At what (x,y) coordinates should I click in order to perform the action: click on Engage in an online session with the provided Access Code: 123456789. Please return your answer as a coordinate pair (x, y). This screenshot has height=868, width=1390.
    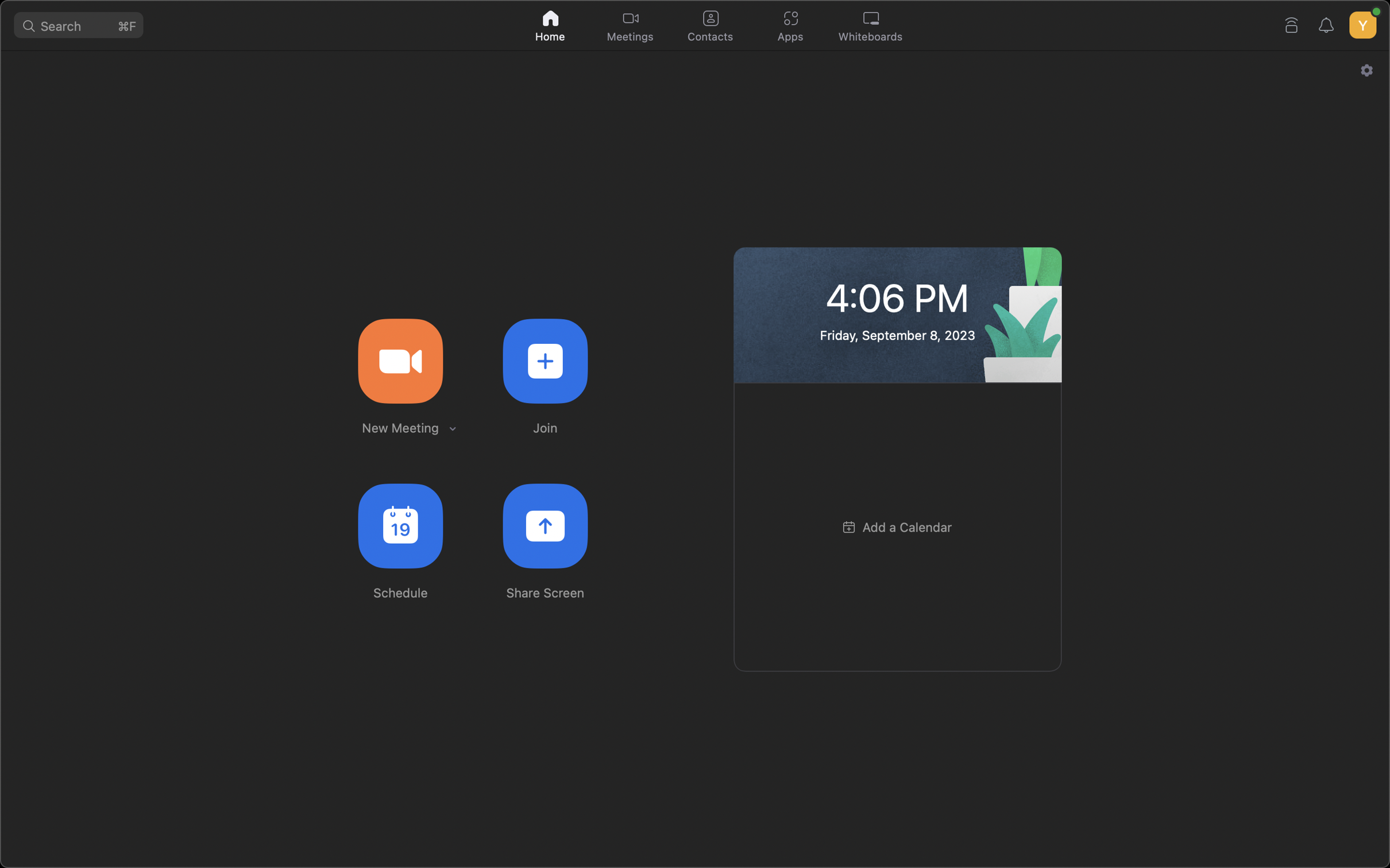
    Looking at the image, I should click on (545, 359).